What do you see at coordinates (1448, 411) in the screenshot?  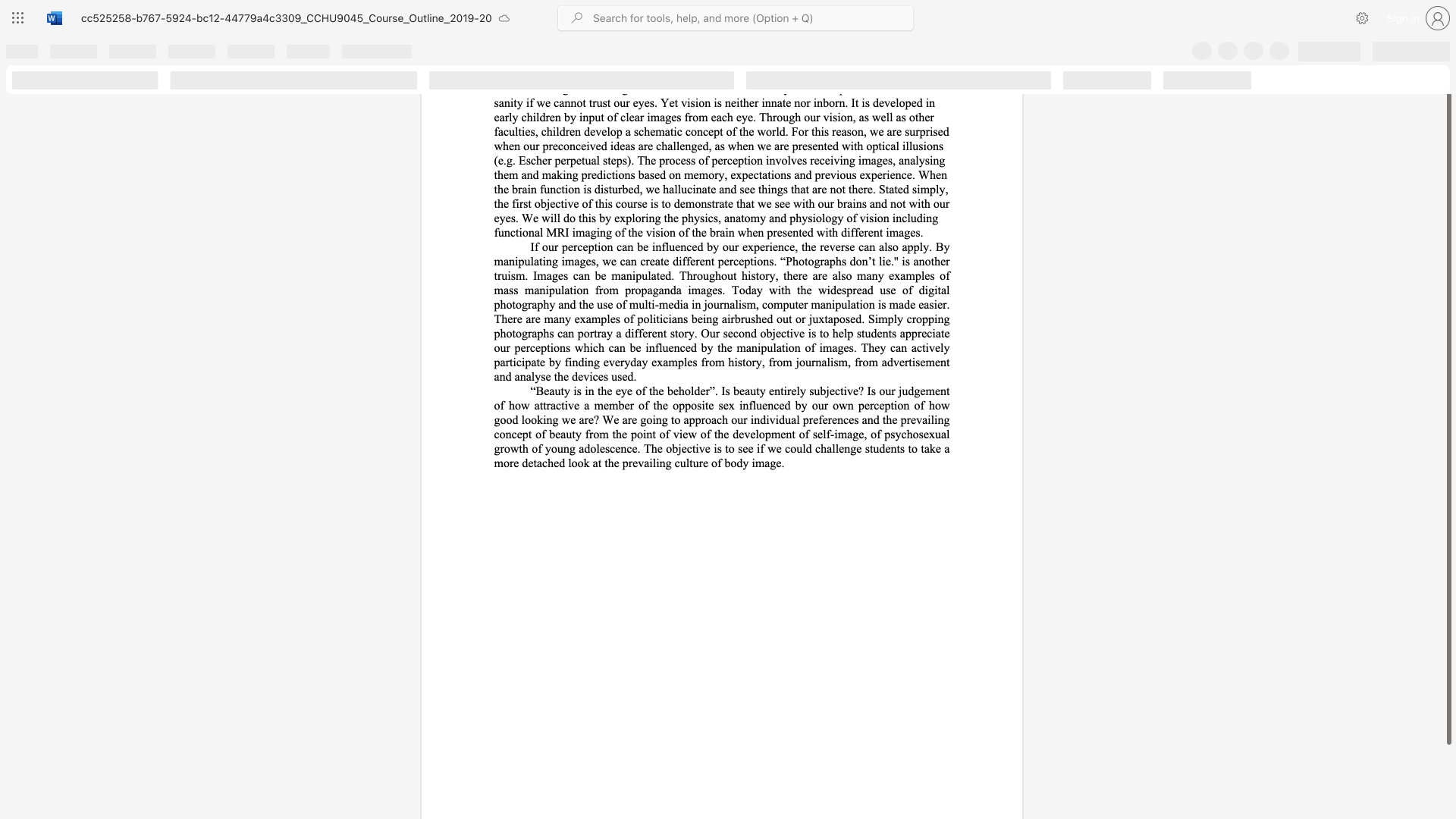 I see `the scrollbar and move down 10 pixels` at bounding box center [1448, 411].